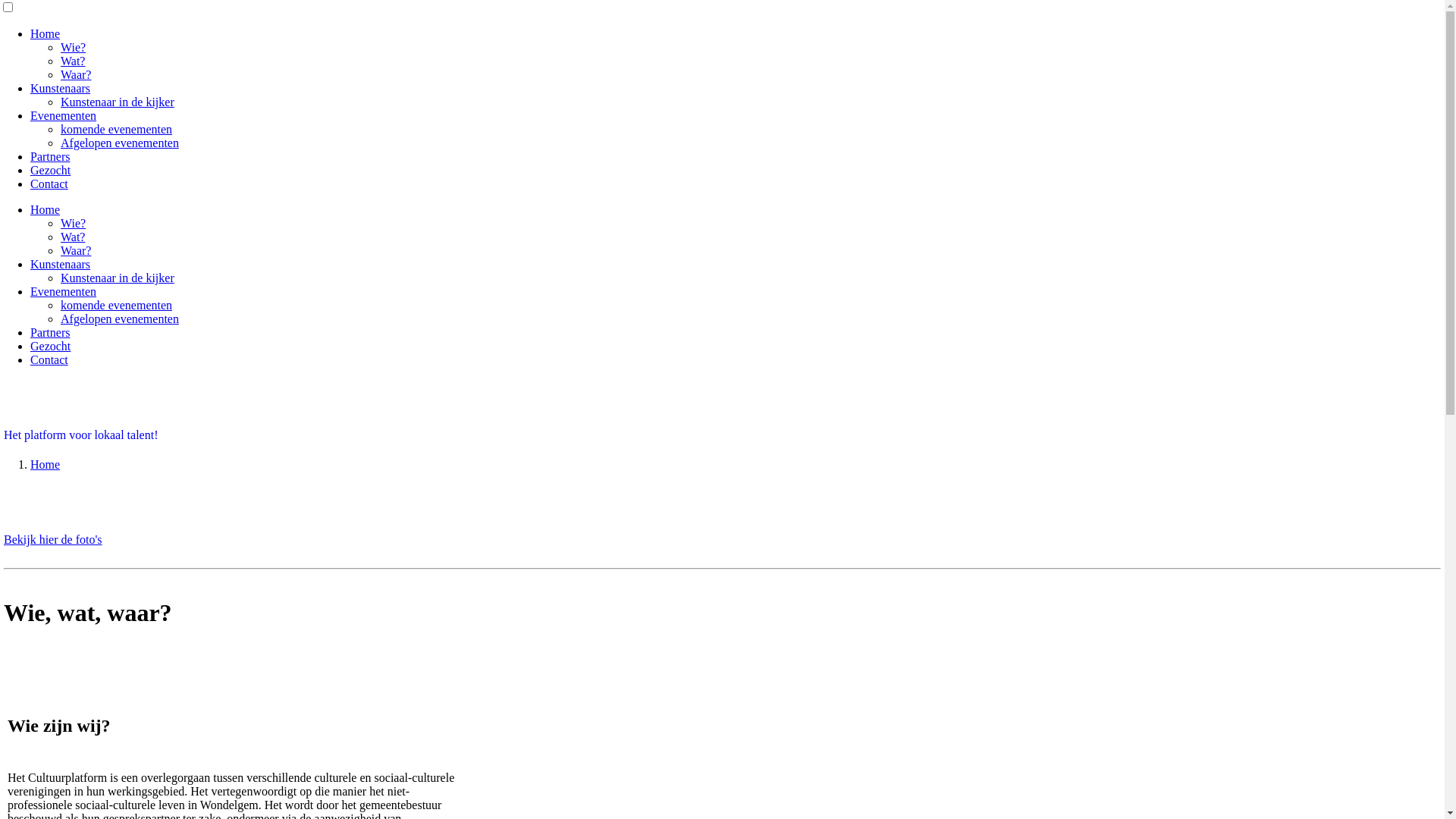 The width and height of the screenshot is (1456, 819). Describe the element at coordinates (45, 463) in the screenshot. I see `'Home'` at that location.